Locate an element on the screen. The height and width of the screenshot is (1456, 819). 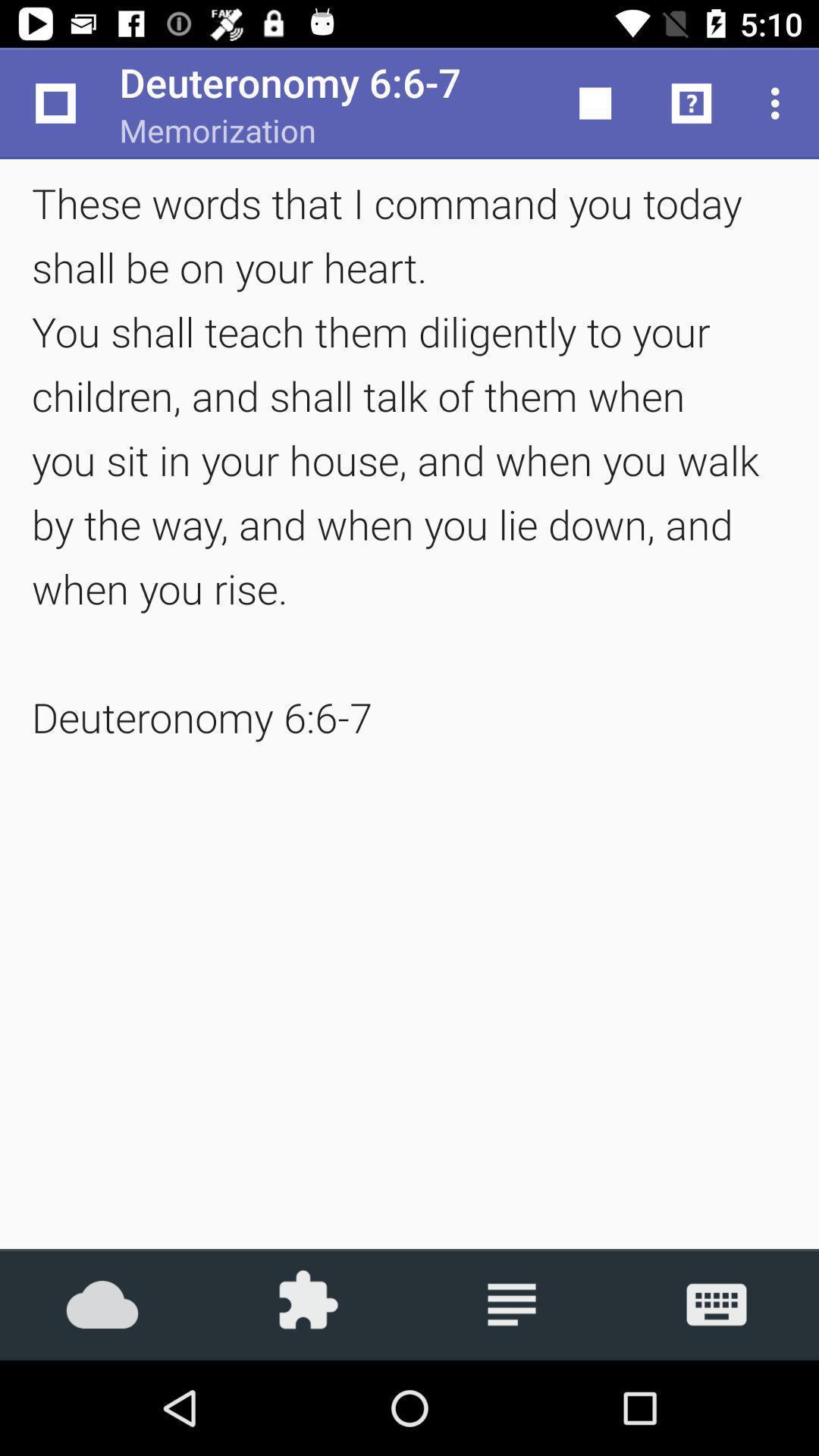
the icon at the bottom left corner is located at coordinates (102, 1304).